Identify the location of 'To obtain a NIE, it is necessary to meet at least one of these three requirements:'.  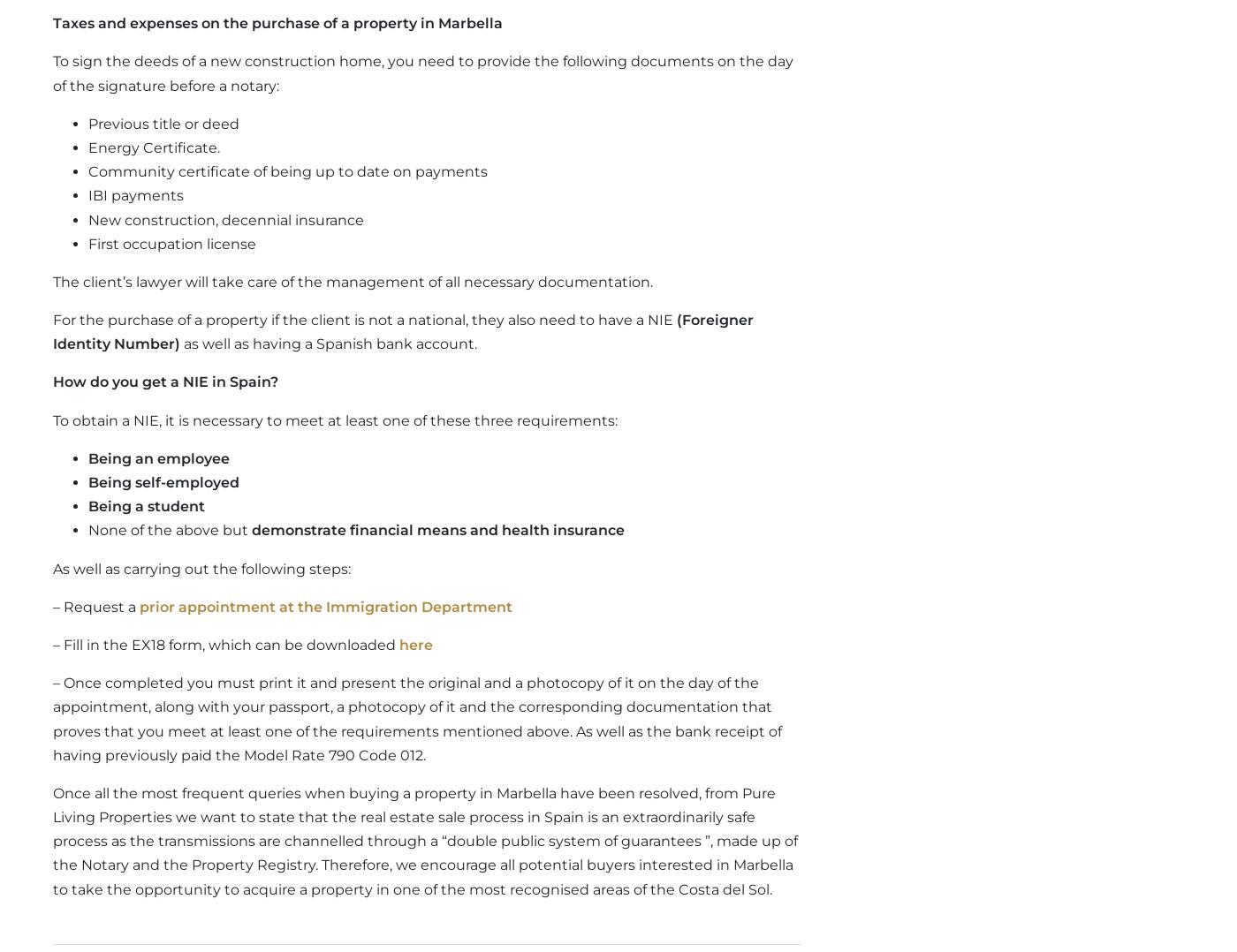
(335, 419).